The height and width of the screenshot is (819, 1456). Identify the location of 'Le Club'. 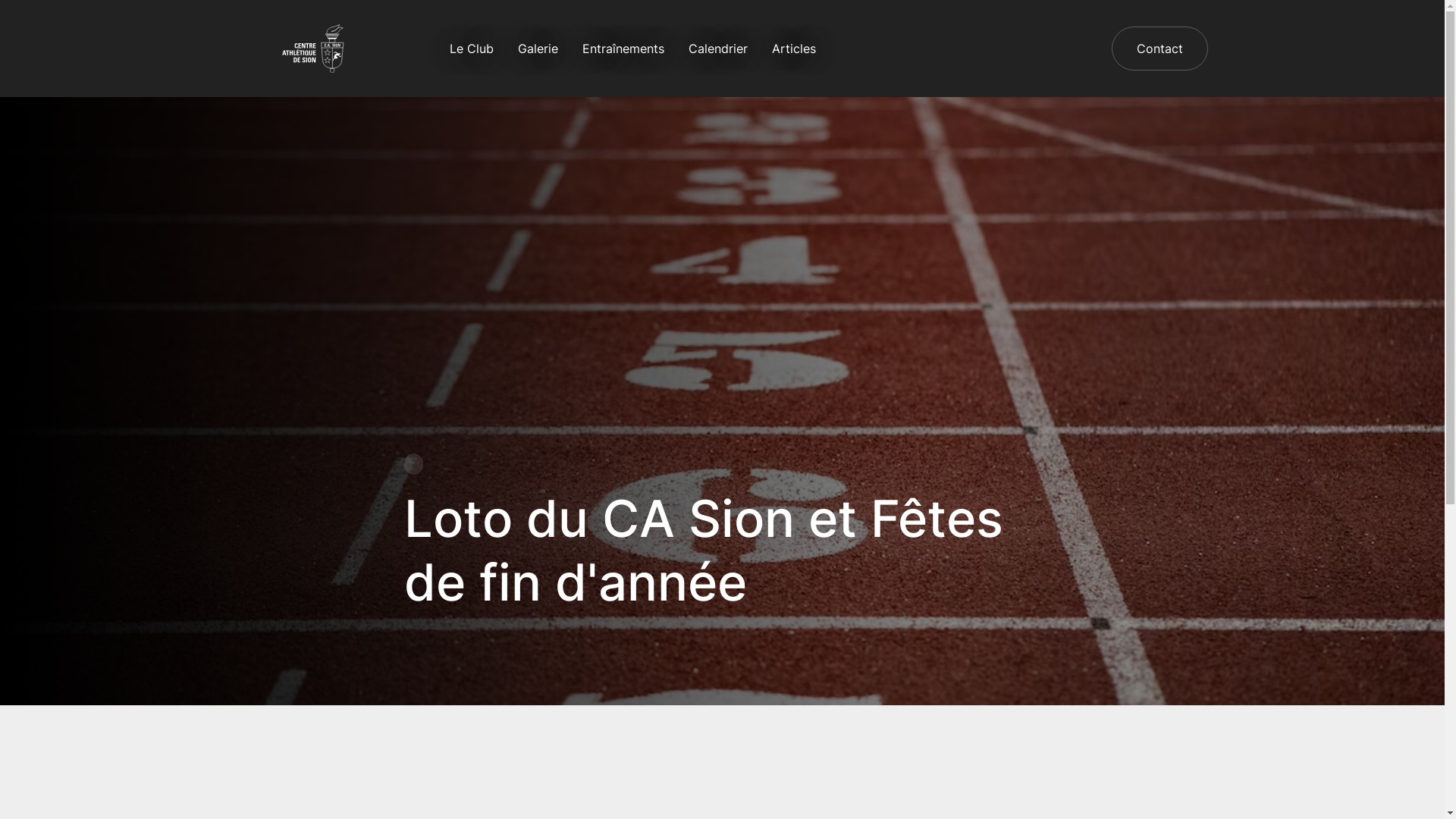
(469, 48).